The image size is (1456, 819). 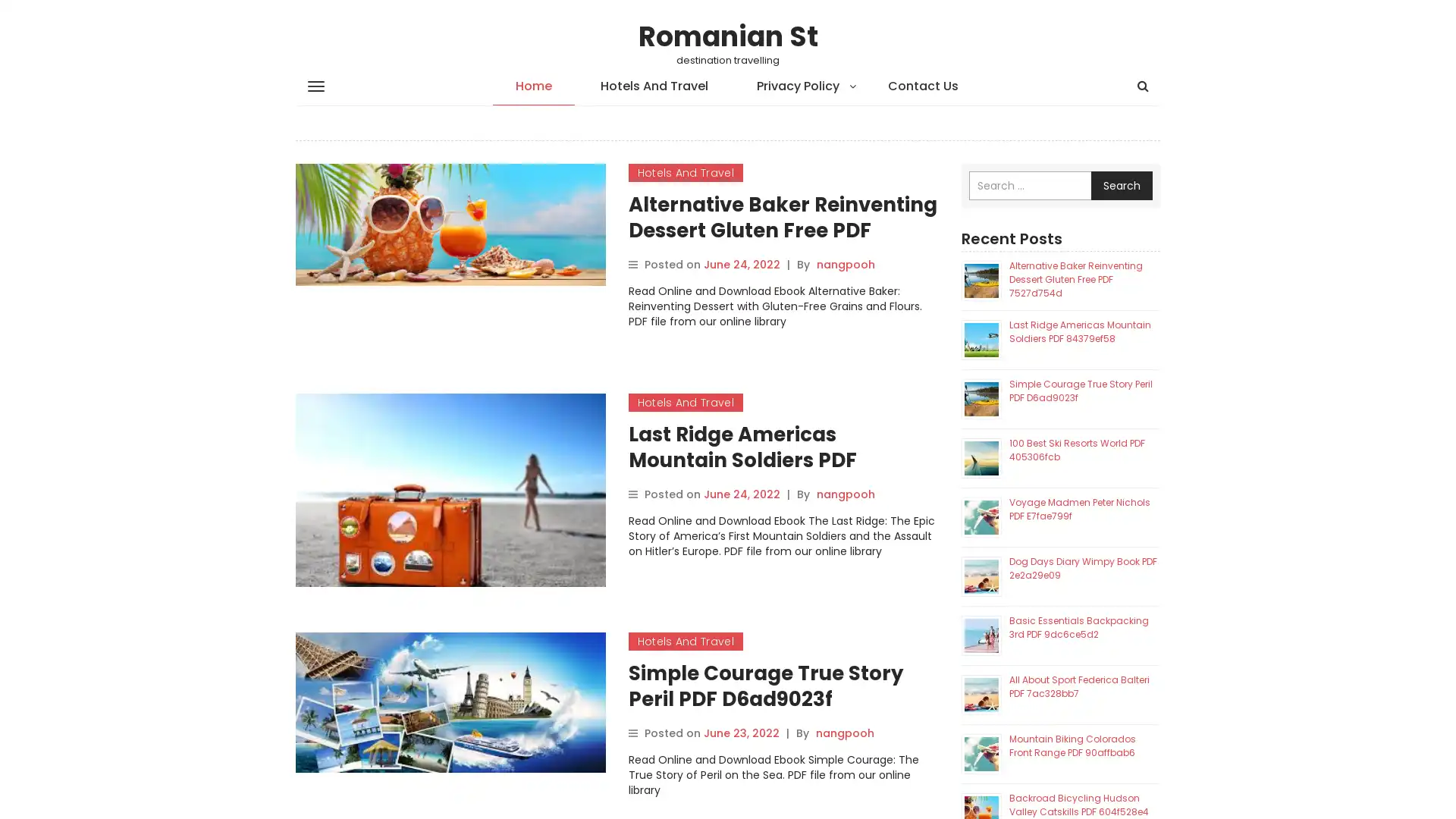 I want to click on Search, so click(x=1122, y=185).